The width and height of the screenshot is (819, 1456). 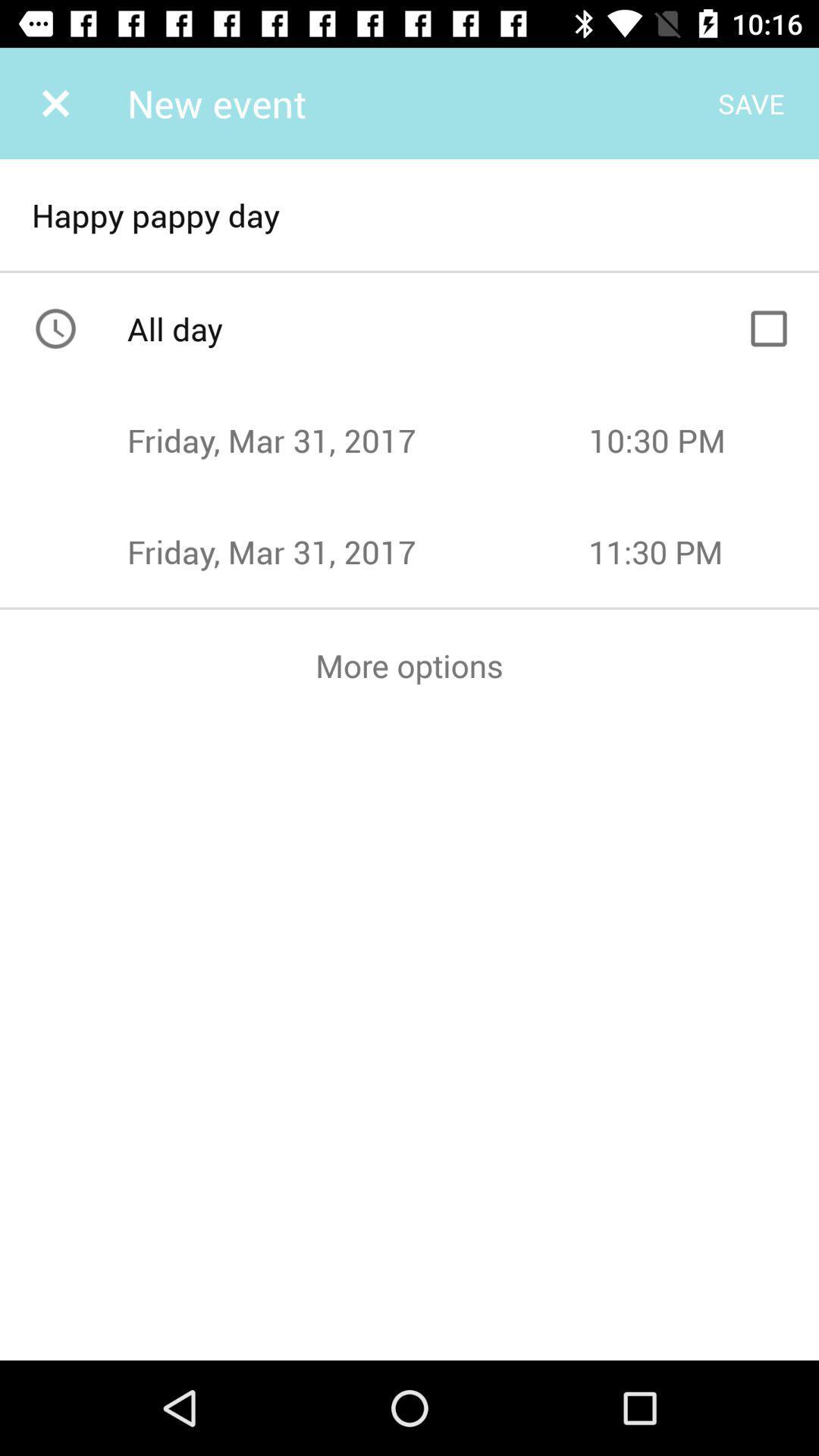 I want to click on the text left to 1130 pm, so click(x=357, y=551).